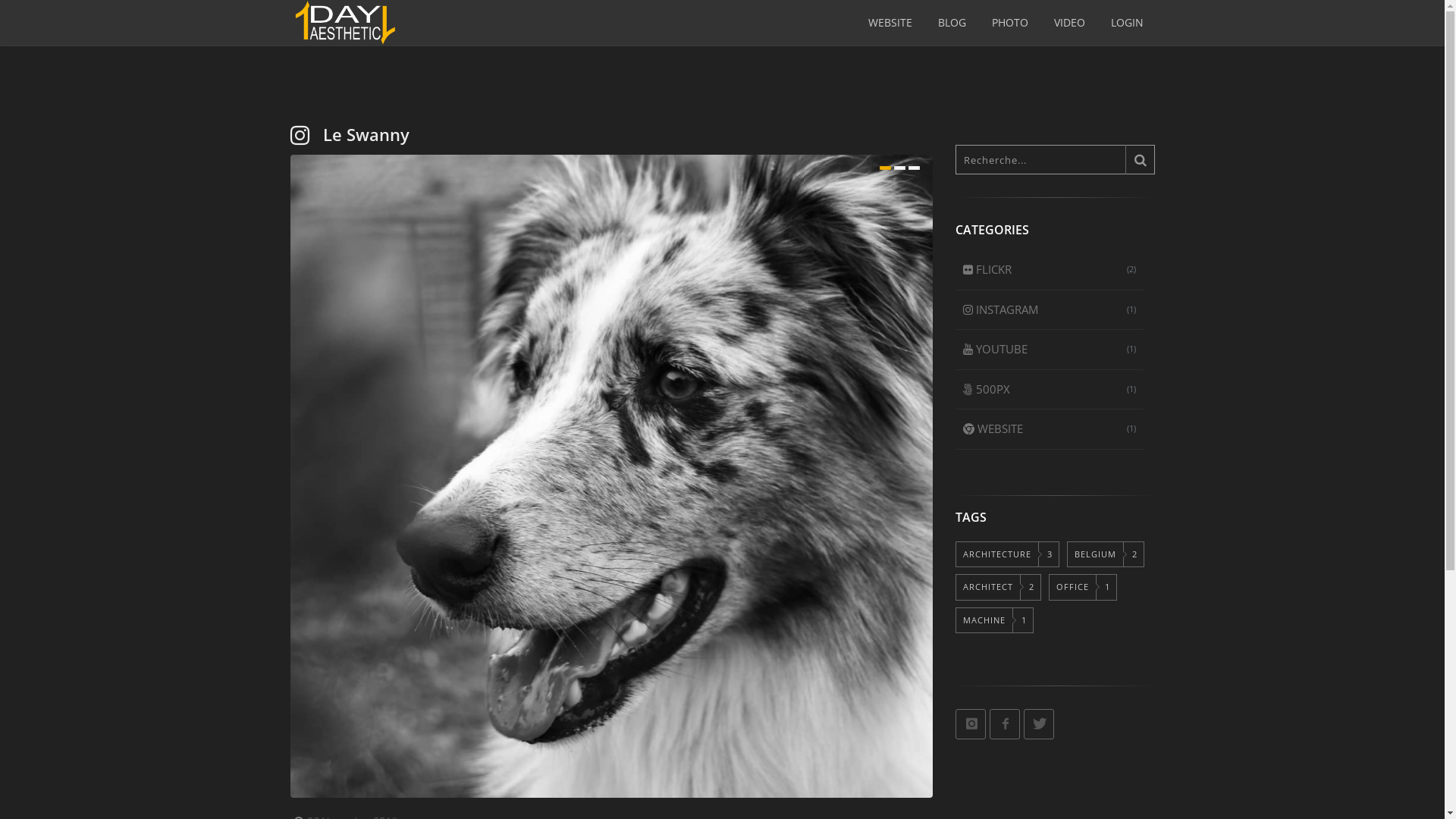 The image size is (1456, 819). I want to click on '(2), so click(1048, 268).